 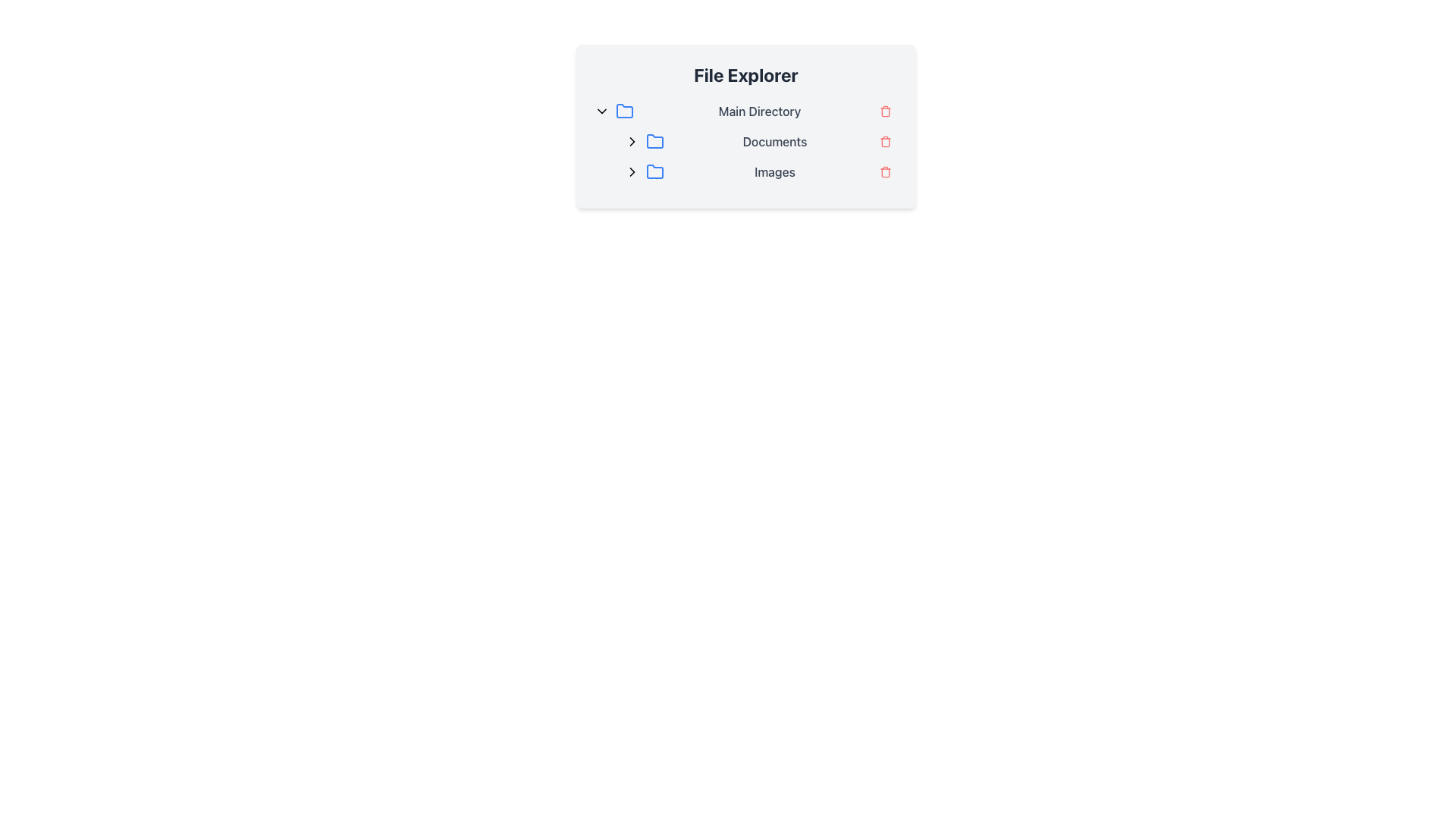 What do you see at coordinates (601, 110) in the screenshot?
I see `the downward chevron toggle button located above the blue folder icon labeled 'Main Directory'` at bounding box center [601, 110].